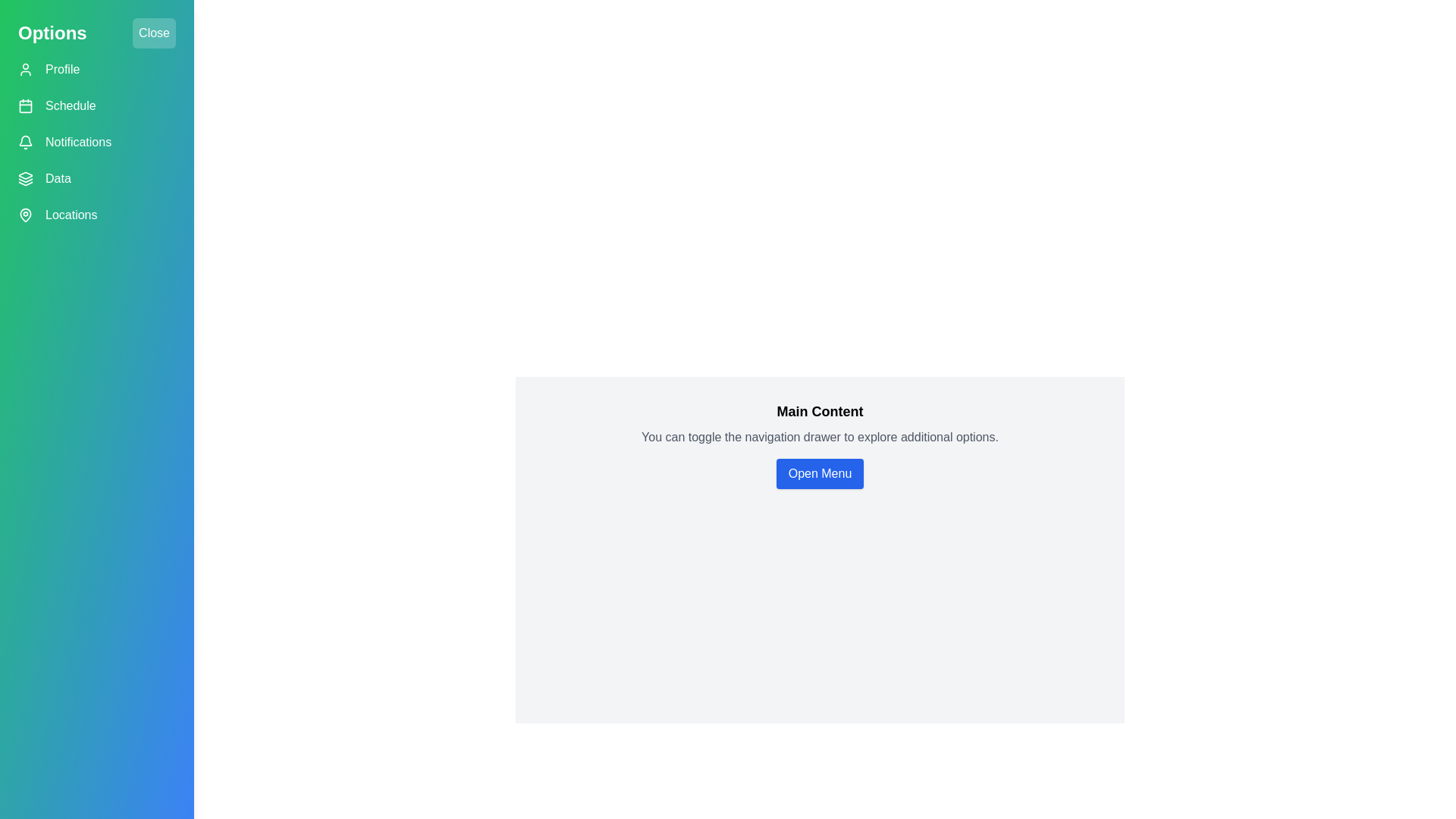 This screenshot has height=819, width=1456. Describe the element at coordinates (96, 70) in the screenshot. I see `the Profile button in the navigation menu` at that location.